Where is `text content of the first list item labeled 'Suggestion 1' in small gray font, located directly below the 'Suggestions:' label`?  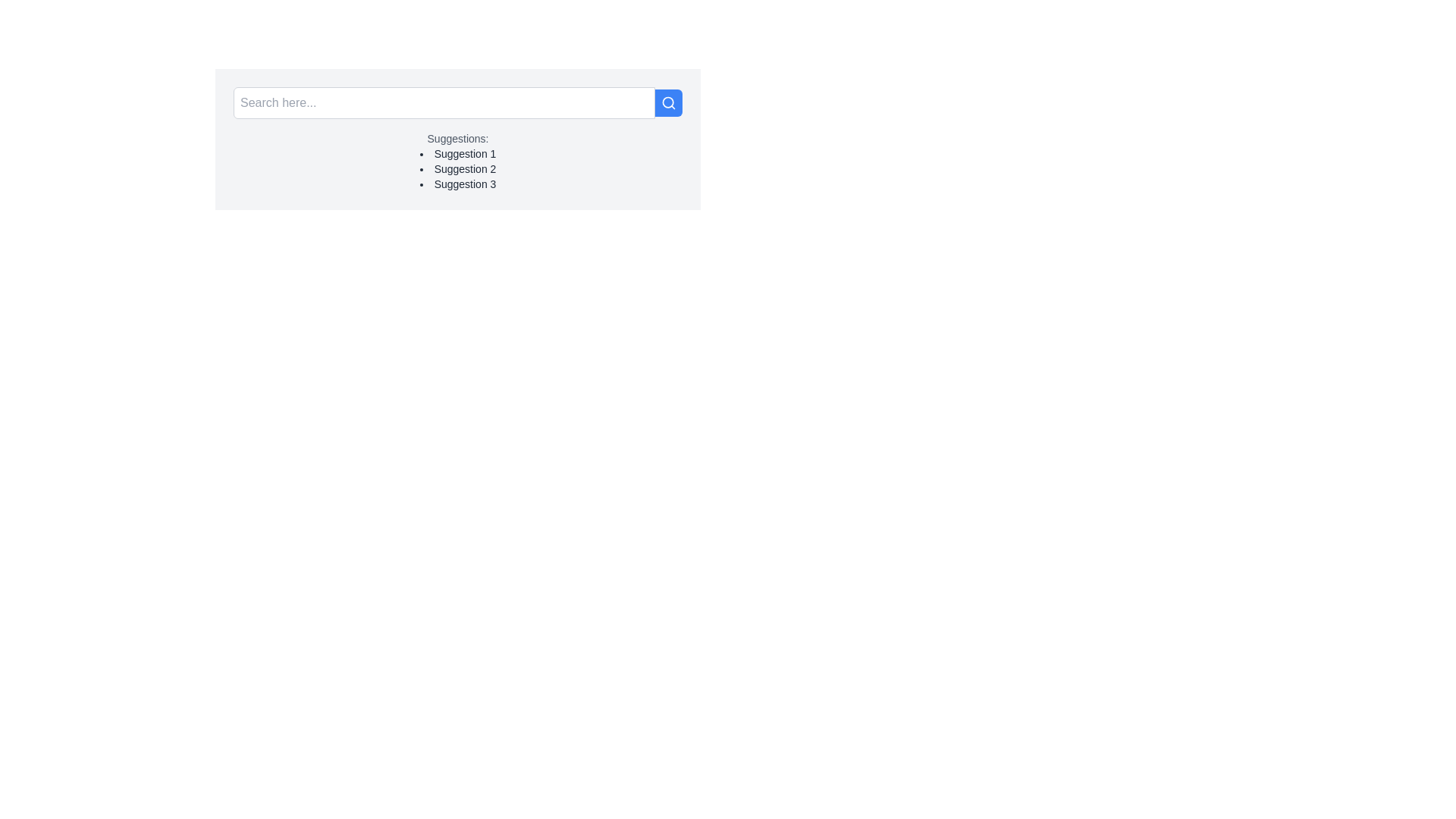 text content of the first list item labeled 'Suggestion 1' in small gray font, located directly below the 'Suggestions:' label is located at coordinates (457, 154).